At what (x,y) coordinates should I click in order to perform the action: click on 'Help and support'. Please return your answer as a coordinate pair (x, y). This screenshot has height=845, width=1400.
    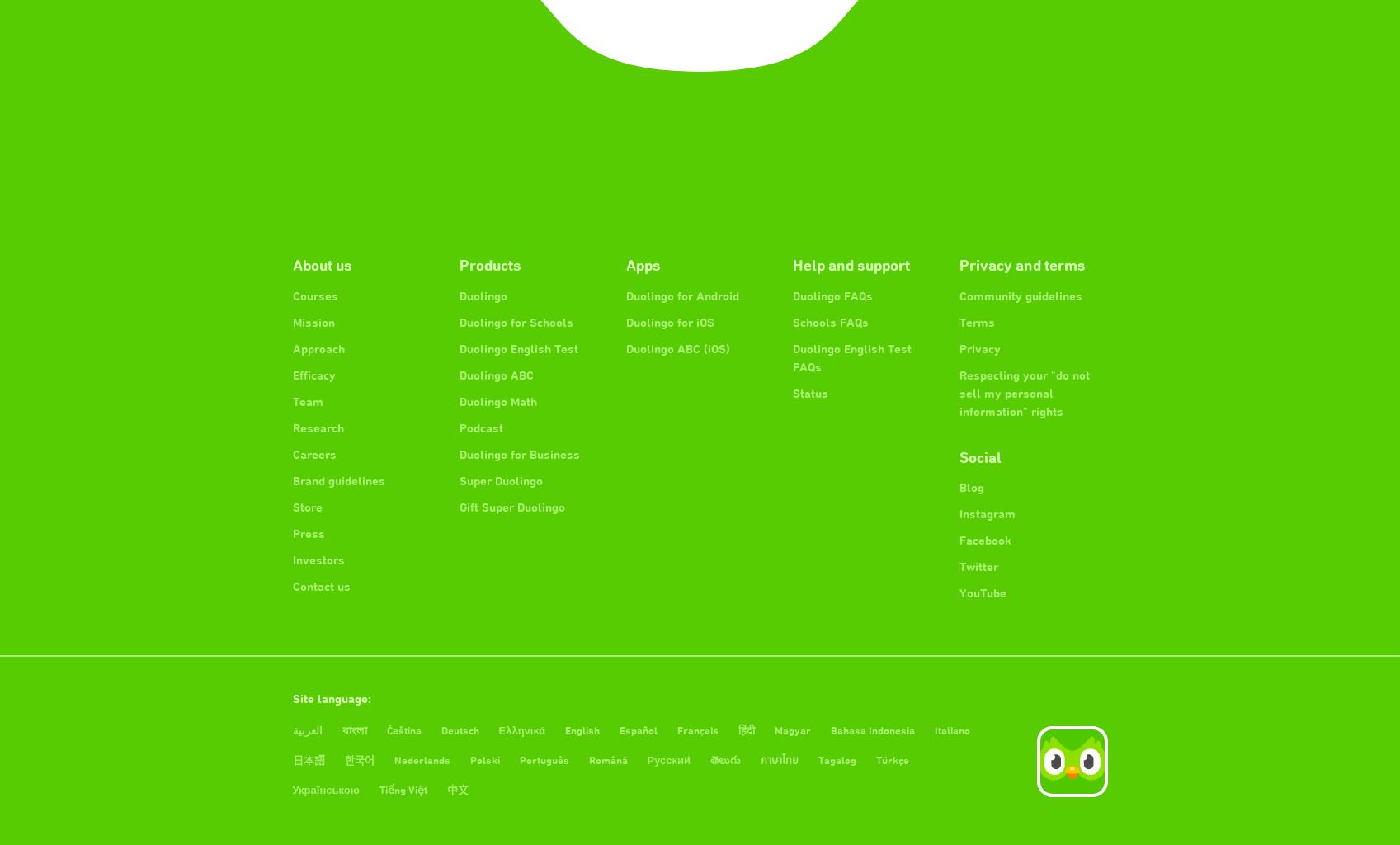
    Looking at the image, I should click on (849, 263).